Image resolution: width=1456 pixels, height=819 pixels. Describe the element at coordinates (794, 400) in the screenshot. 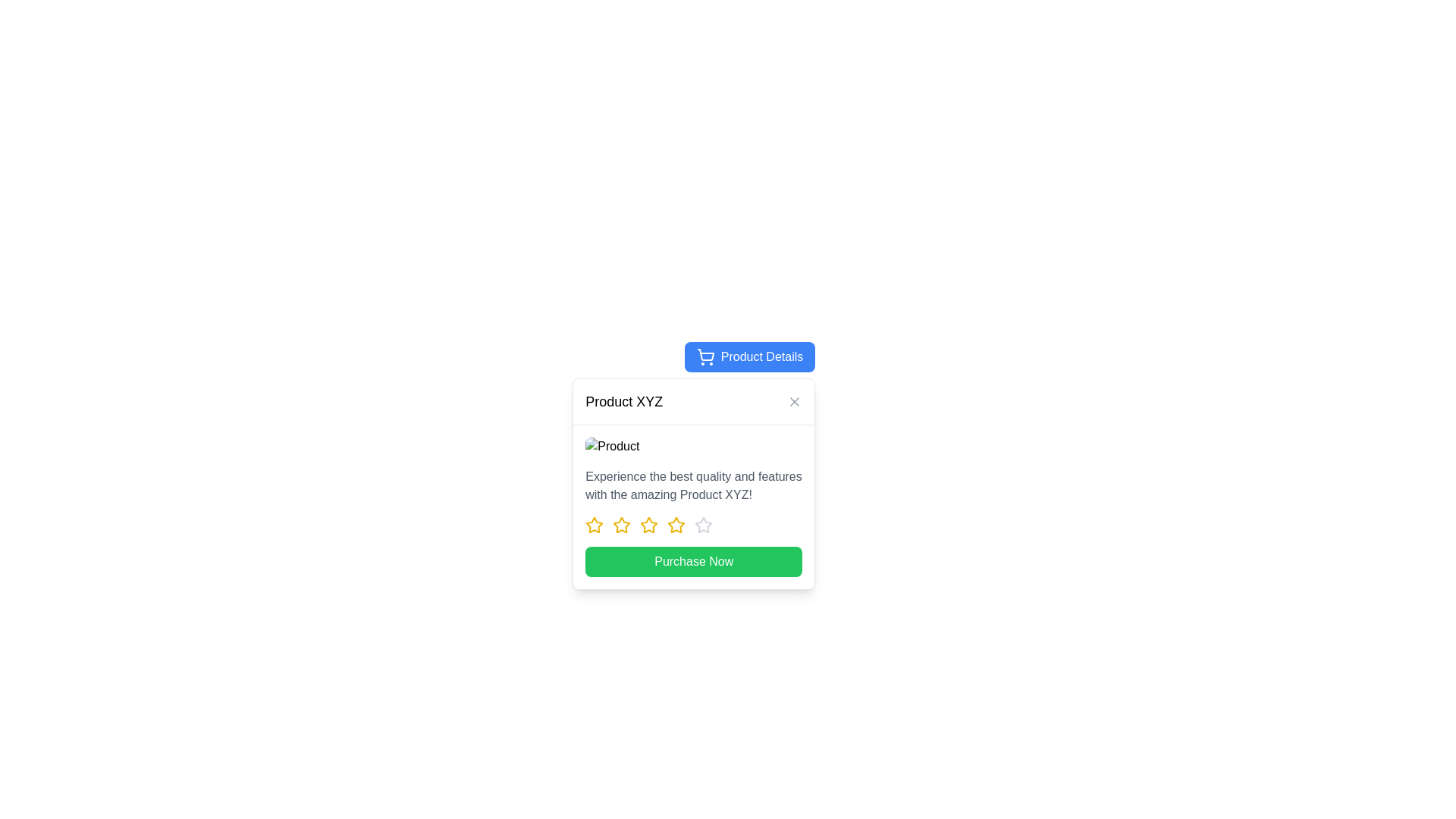

I see `the 'X' icon in the upper-right corner of the card layout` at that location.